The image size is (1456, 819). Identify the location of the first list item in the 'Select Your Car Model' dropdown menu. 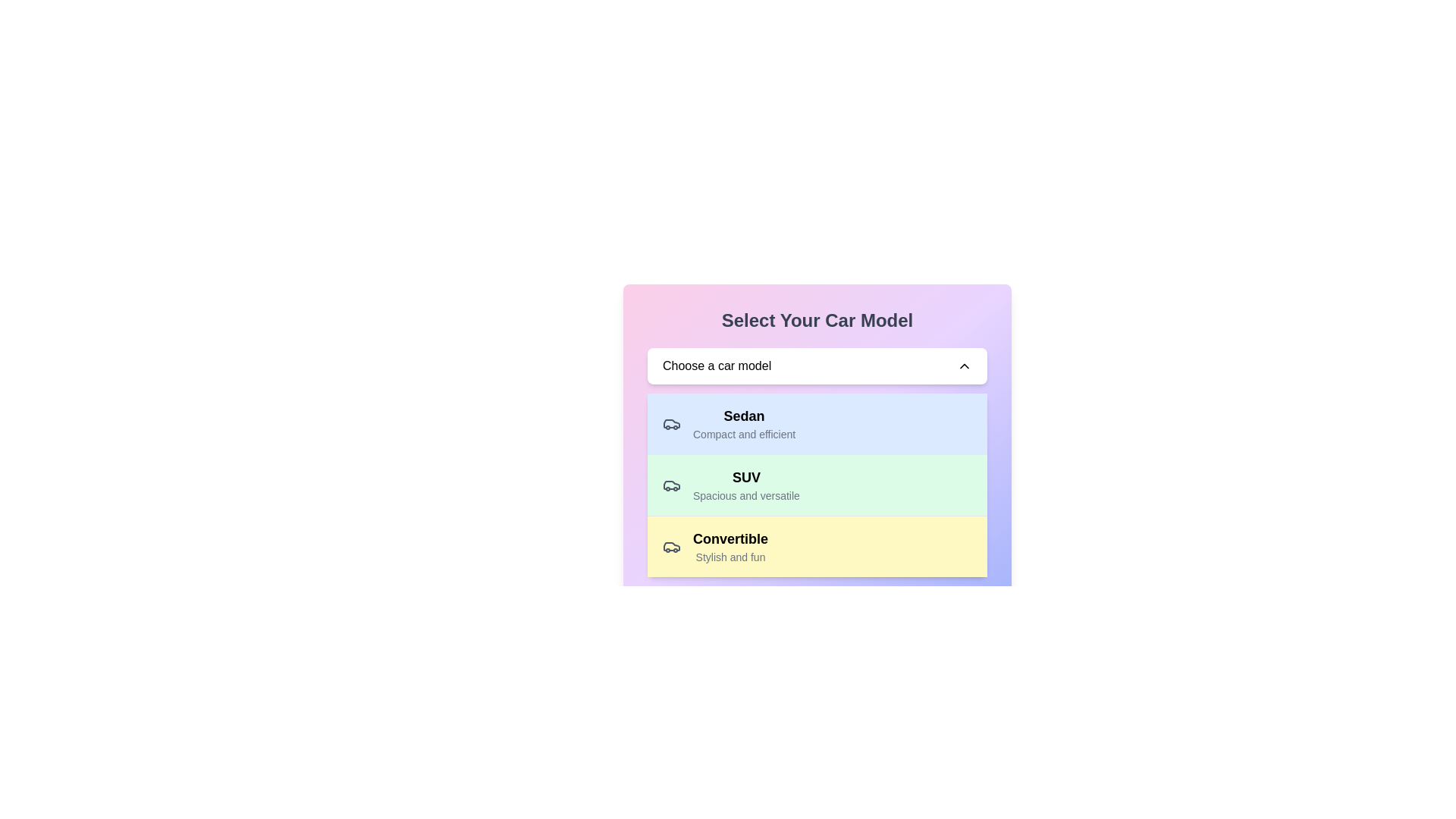
(744, 424).